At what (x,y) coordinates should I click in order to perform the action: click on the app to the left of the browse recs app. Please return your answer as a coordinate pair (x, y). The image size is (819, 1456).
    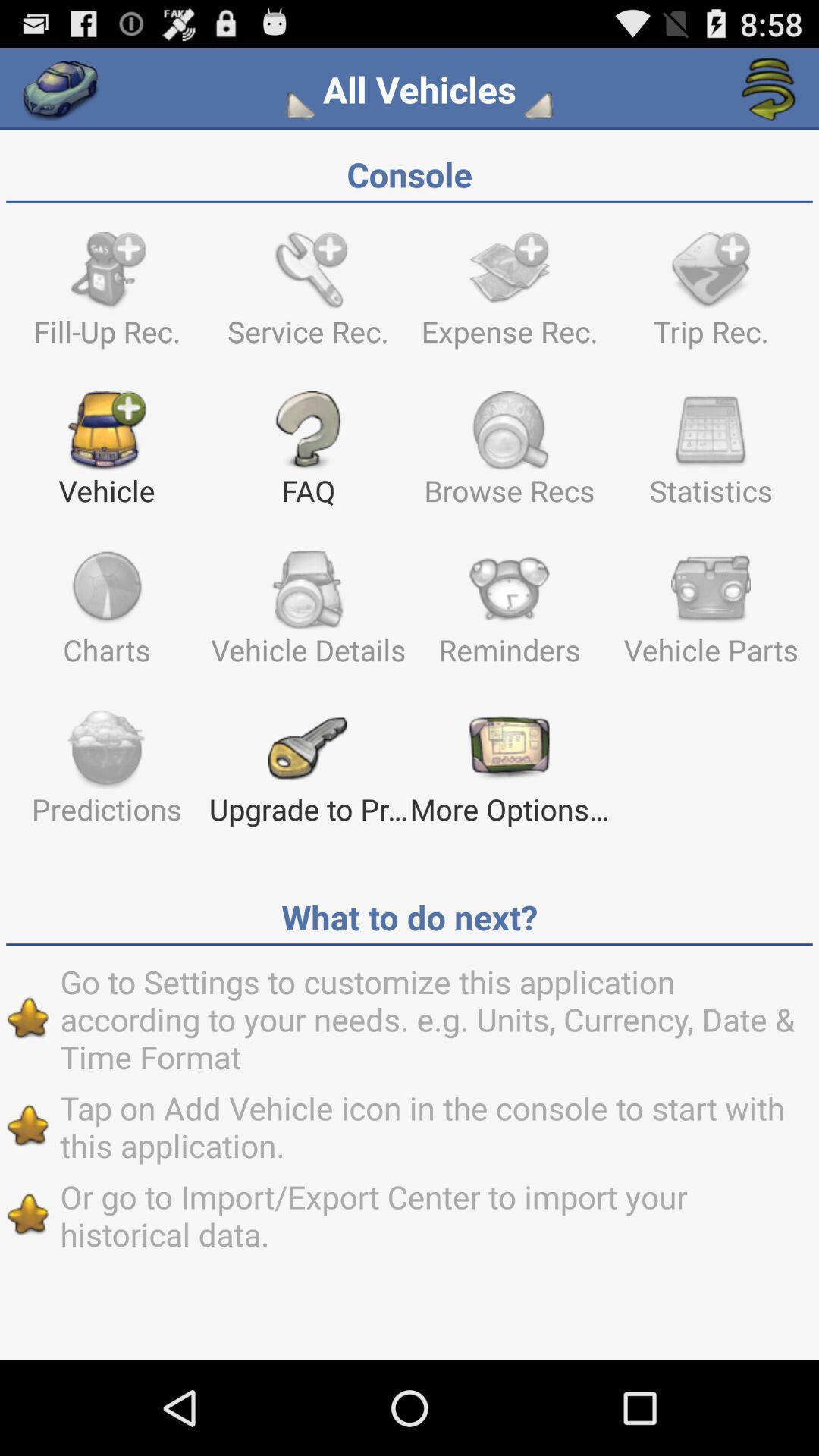
    Looking at the image, I should click on (307, 455).